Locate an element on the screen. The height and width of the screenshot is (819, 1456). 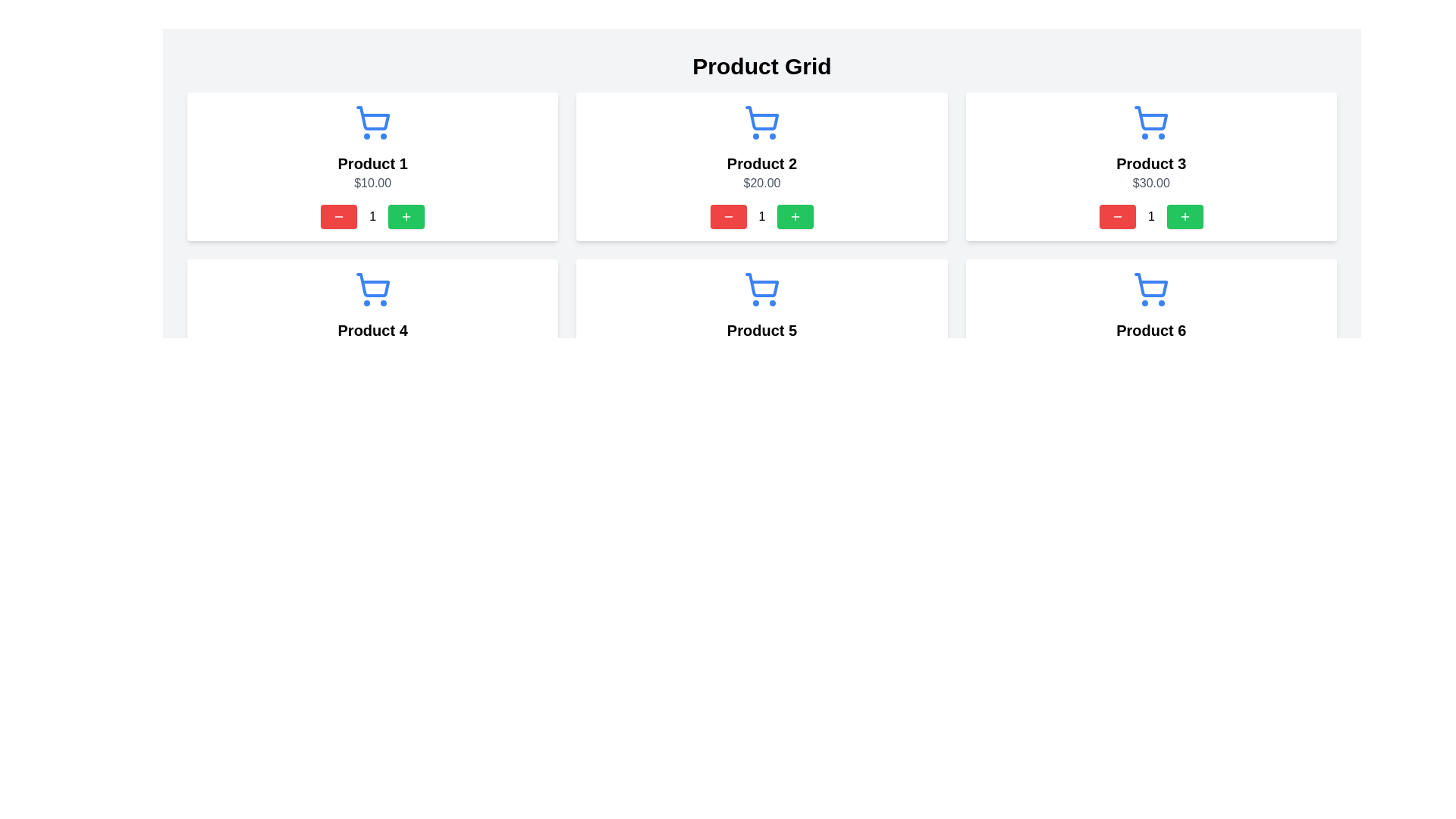
text label 'Product 6', which is a bold and large font text located centrally below the shopping cart icon and above the price information in the product card is located at coordinates (1151, 329).